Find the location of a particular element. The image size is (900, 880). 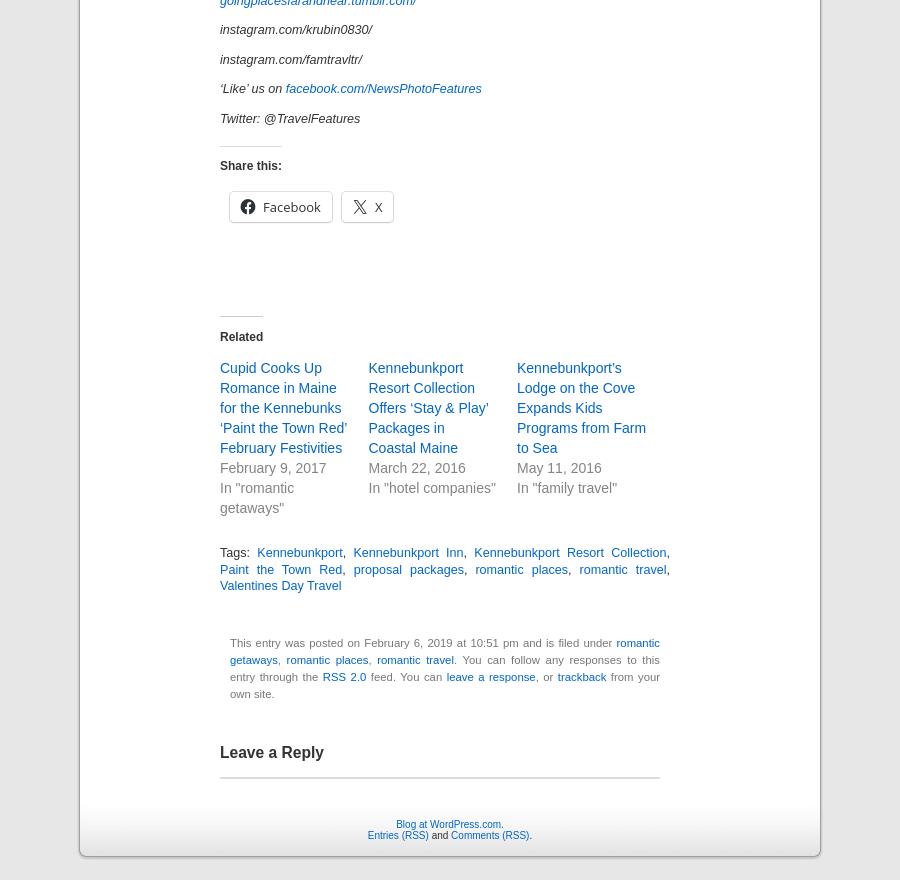

'from your own site.' is located at coordinates (444, 684).